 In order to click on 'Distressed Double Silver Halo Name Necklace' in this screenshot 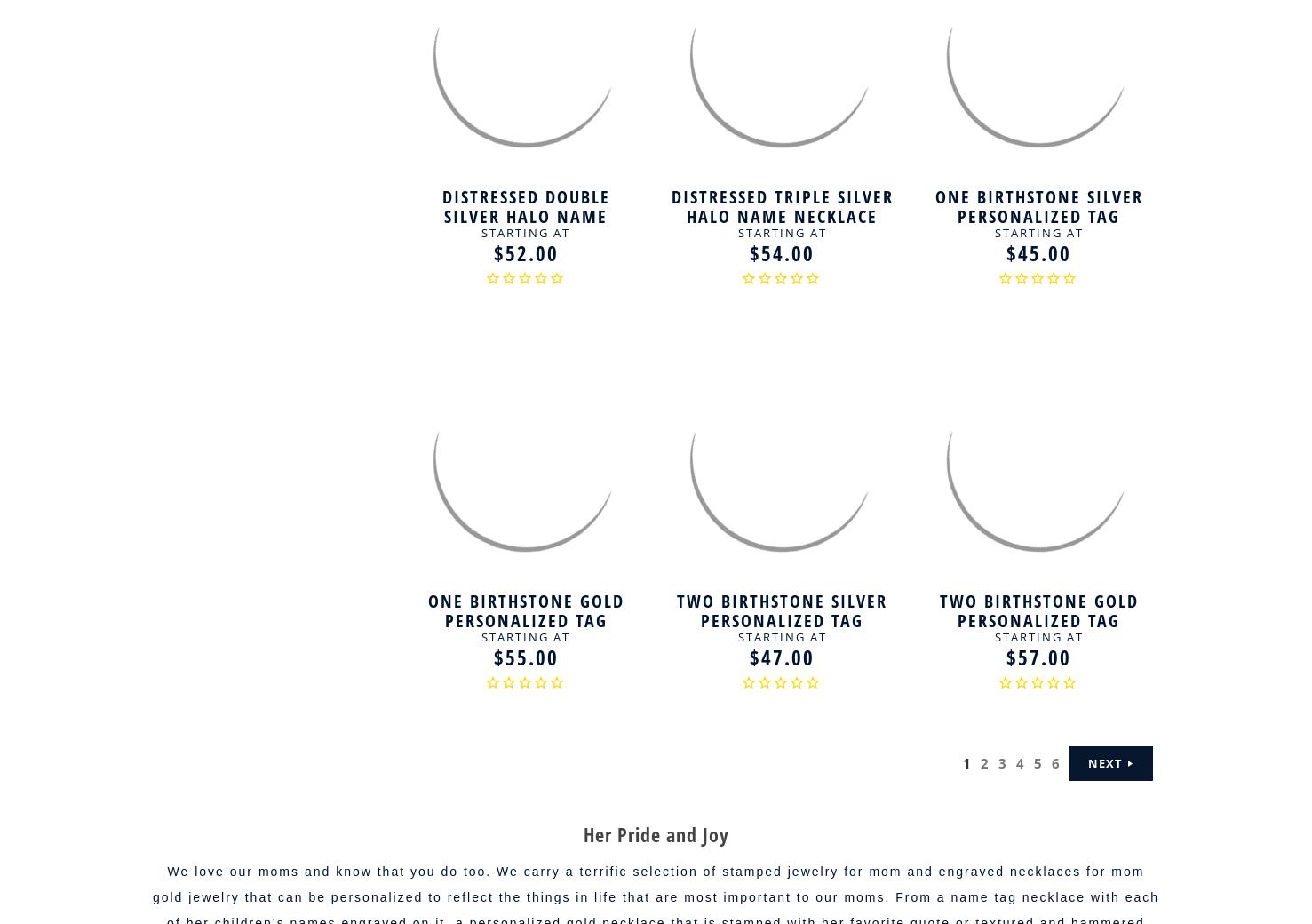, I will do `click(441, 215)`.